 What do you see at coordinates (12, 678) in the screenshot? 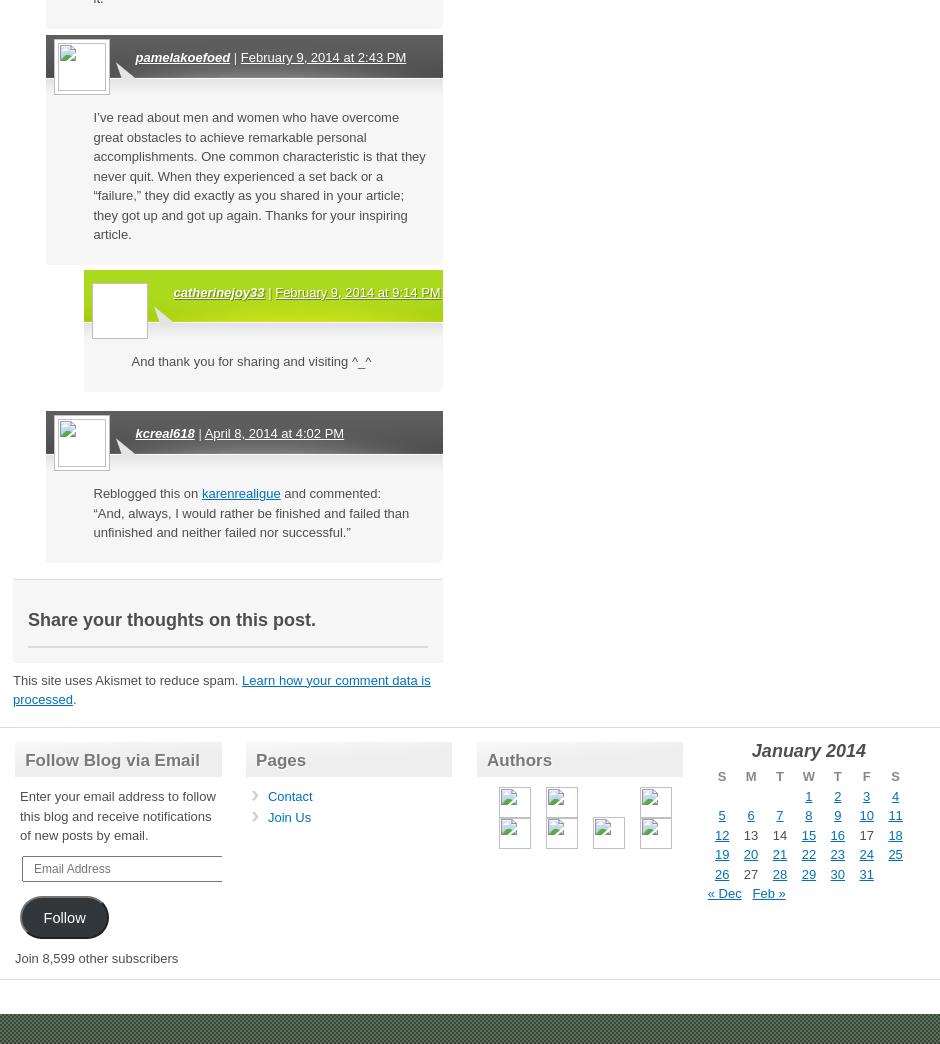
I see `'This site uses Akismet to reduce spam.'` at bounding box center [12, 678].